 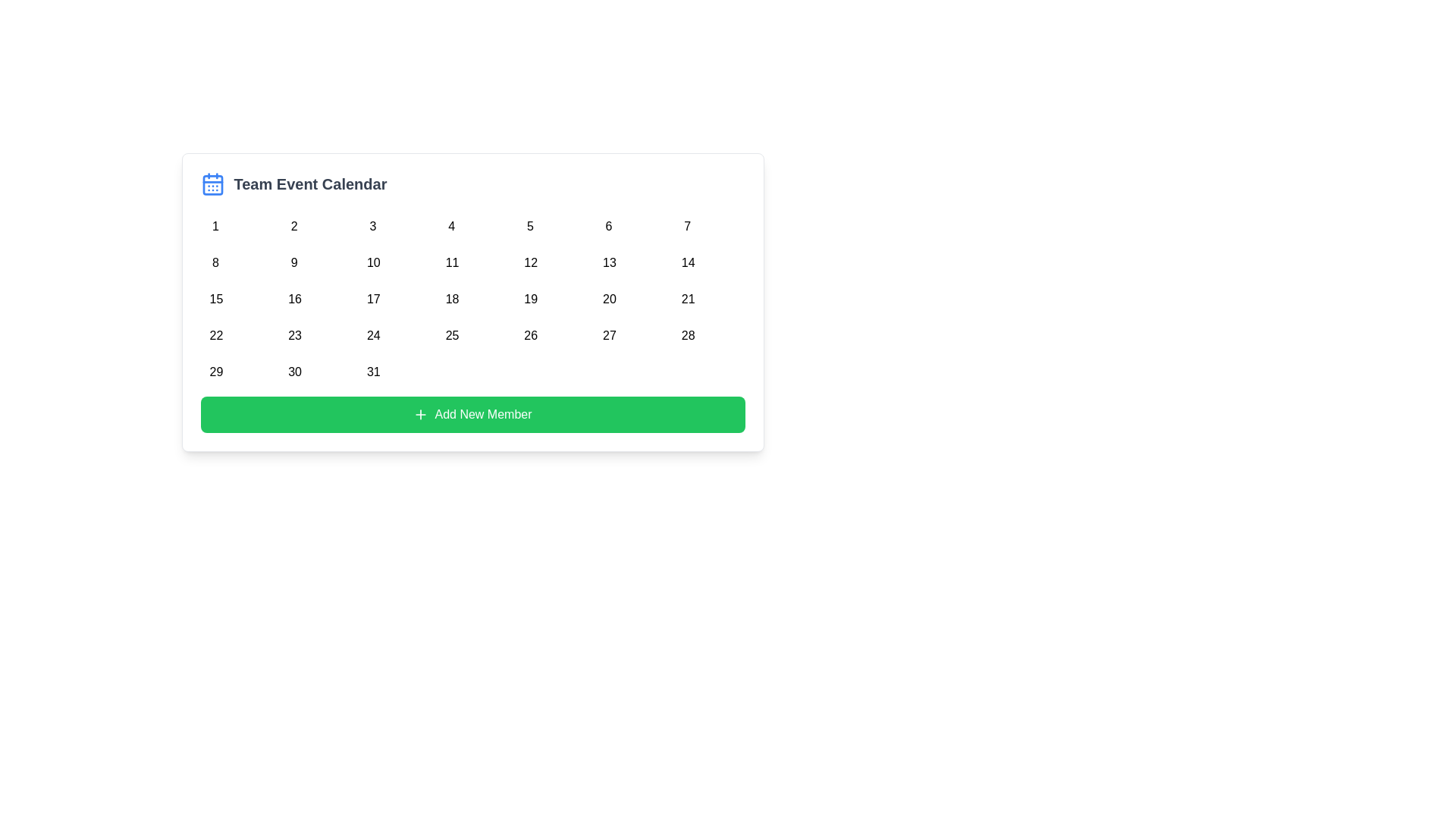 I want to click on the blue calendar icon located at the top-left corner of the 'Team Event Calendar' panel, which is visually distinct with a square outline and two vertical bars at the top, so click(x=212, y=184).